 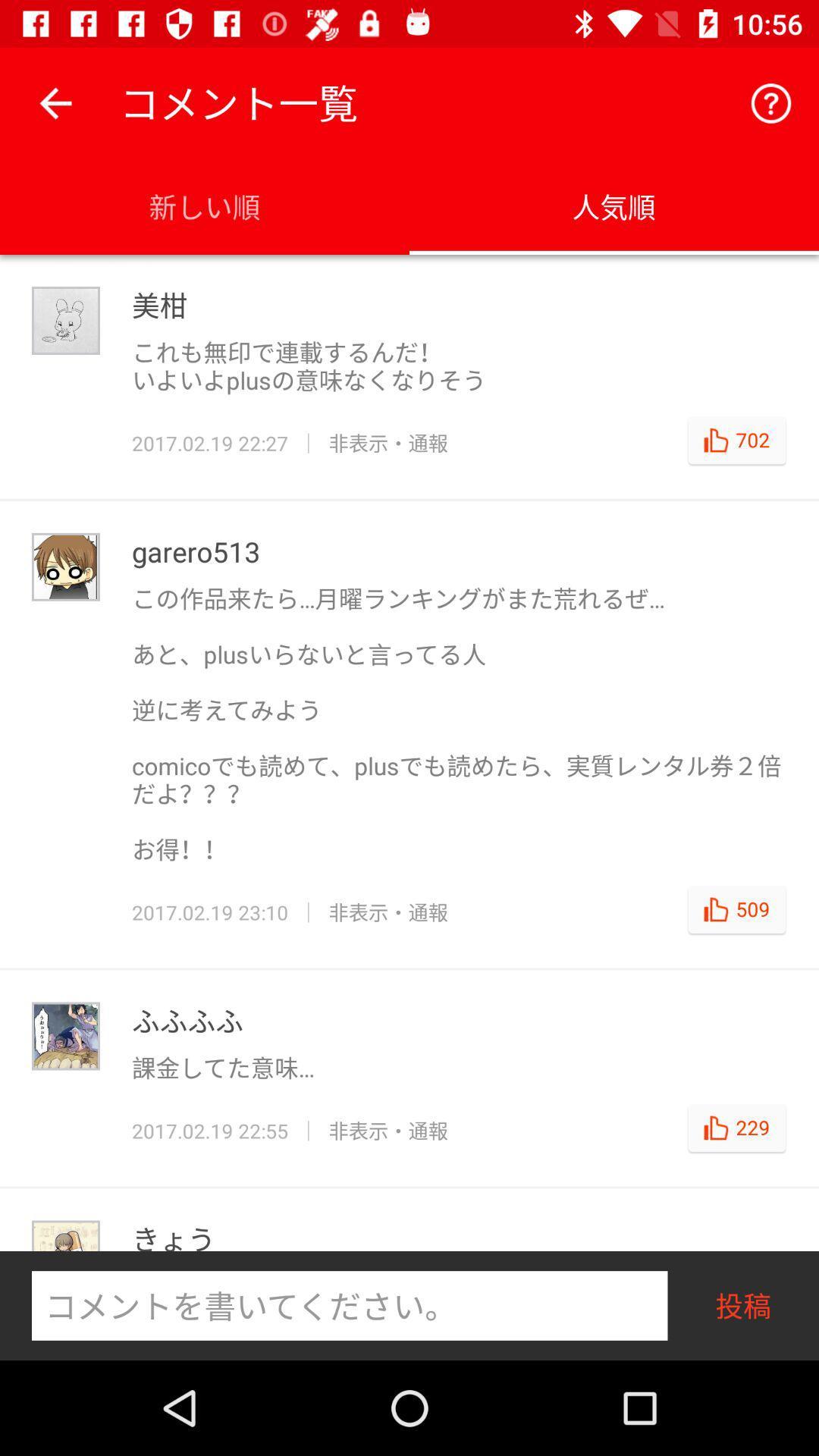 I want to click on the icon which is before garero513 on page, so click(x=65, y=566).